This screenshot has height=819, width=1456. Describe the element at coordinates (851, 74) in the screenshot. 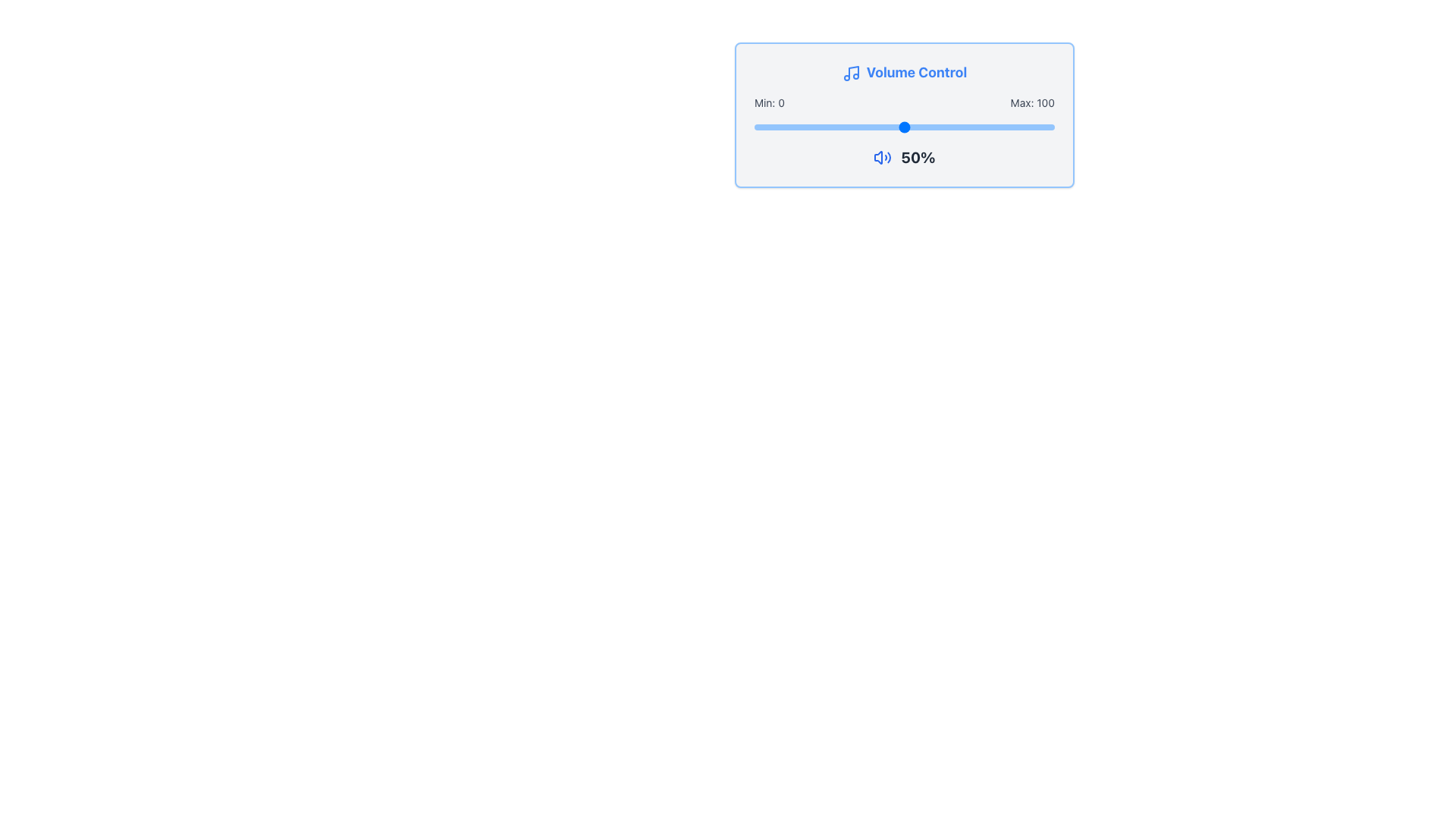

I see `the music or sound icon located to the left of the 'Volume Control' text in the top section of the volume control component` at that location.